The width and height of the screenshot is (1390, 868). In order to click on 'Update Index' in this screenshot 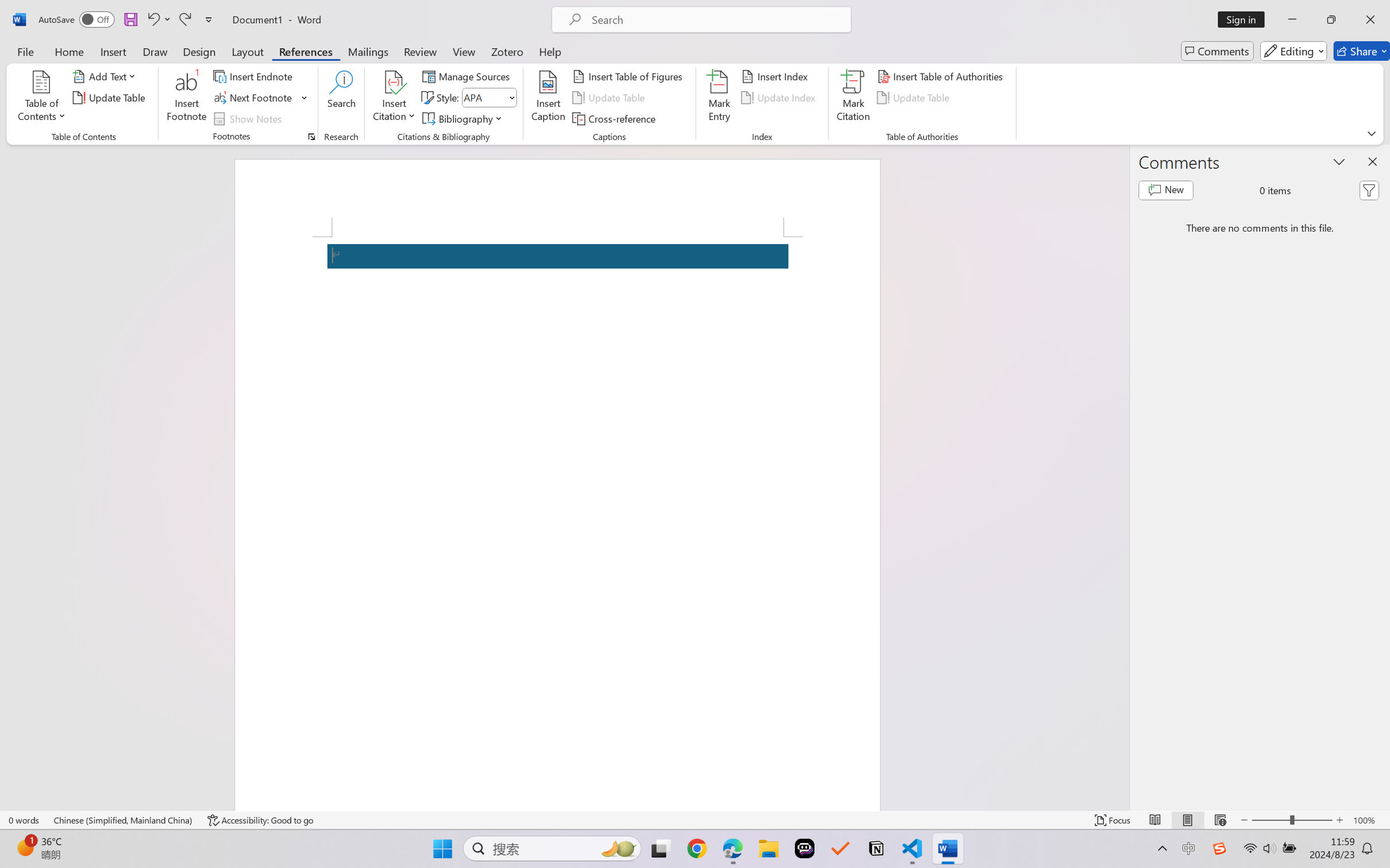, I will do `click(779, 98)`.